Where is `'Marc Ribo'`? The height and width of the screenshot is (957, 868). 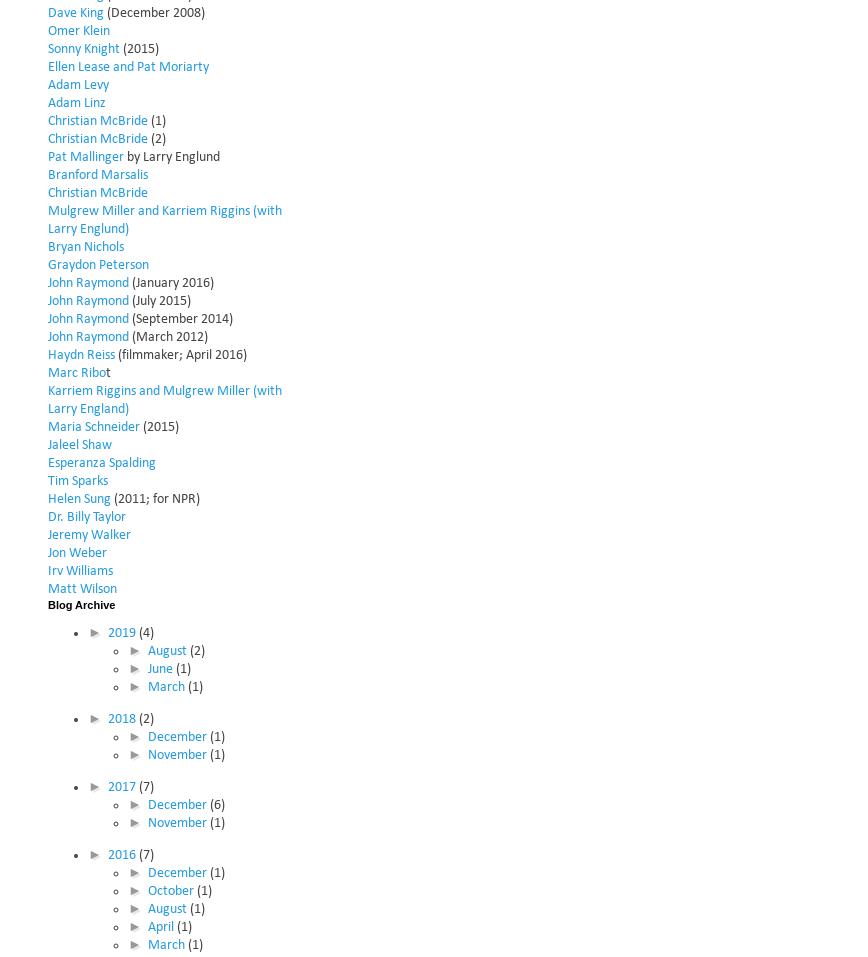 'Marc Ribo' is located at coordinates (76, 372).